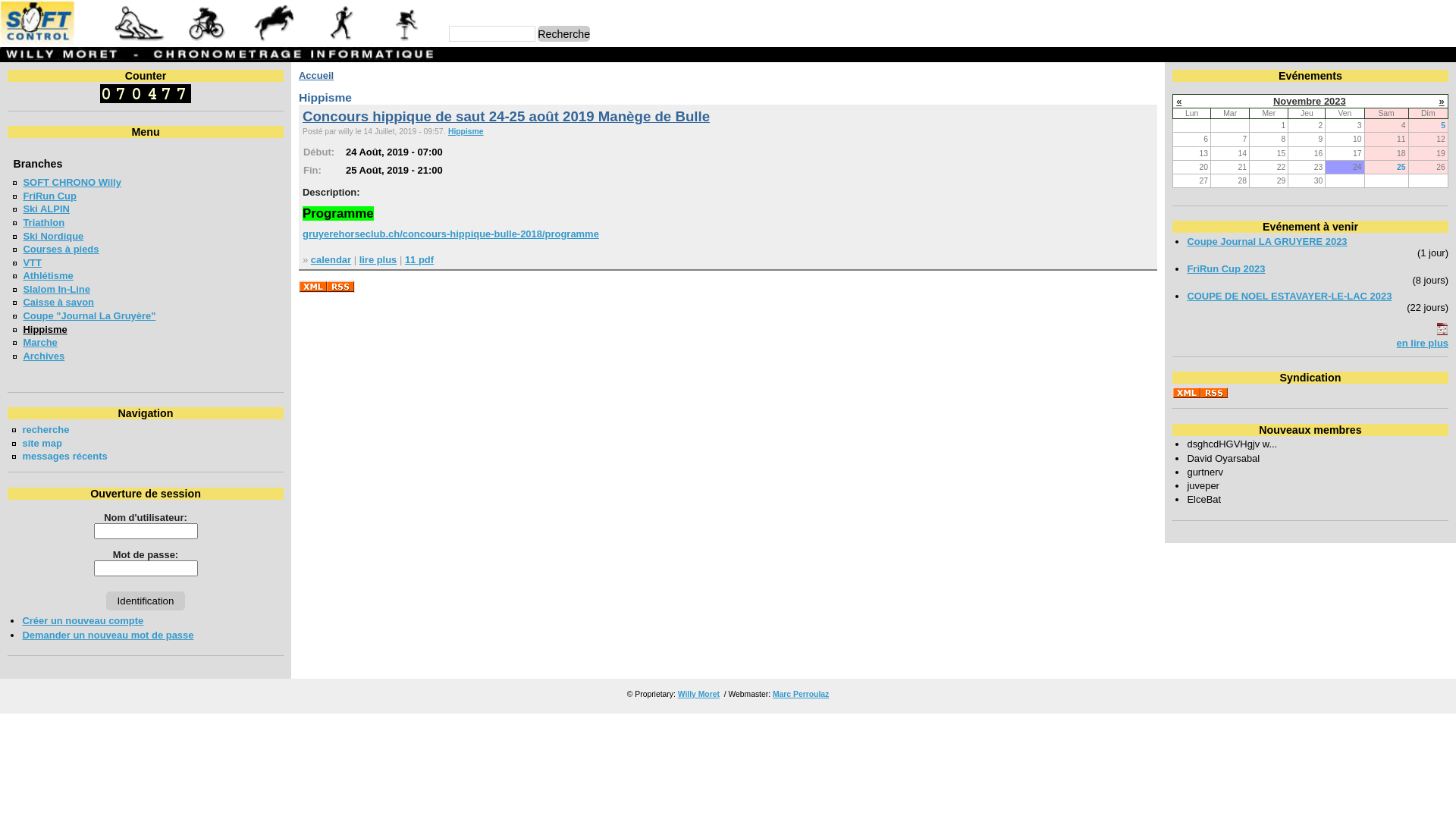 Image resolution: width=1456 pixels, height=819 pixels. I want to click on 'Add this calendar to your iCalendar', so click(1441, 331).